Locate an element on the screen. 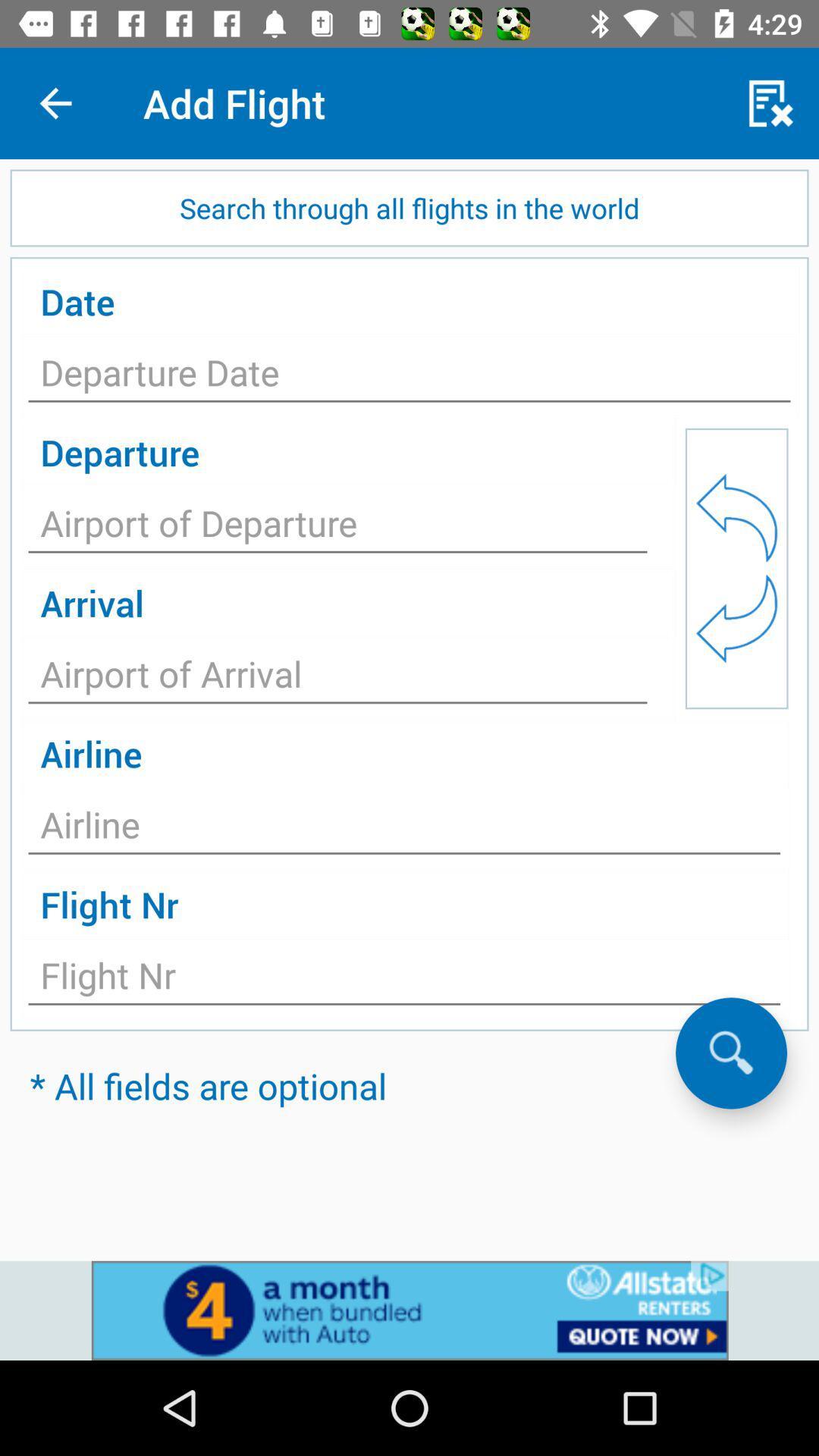 The height and width of the screenshot is (1456, 819). advertisement is located at coordinates (409, 1310).